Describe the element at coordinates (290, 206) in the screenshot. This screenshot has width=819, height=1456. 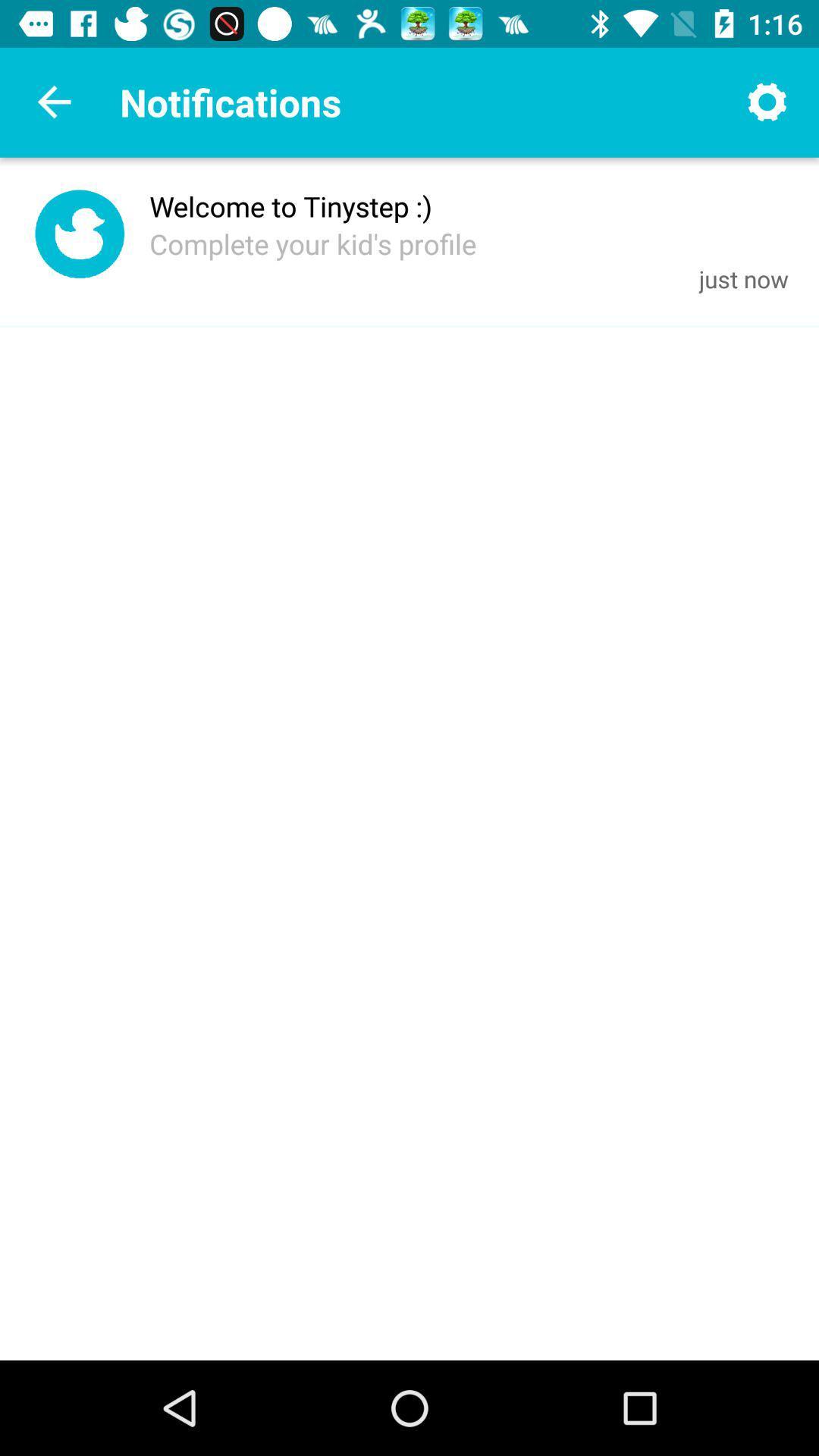
I see `icon below notifications item` at that location.